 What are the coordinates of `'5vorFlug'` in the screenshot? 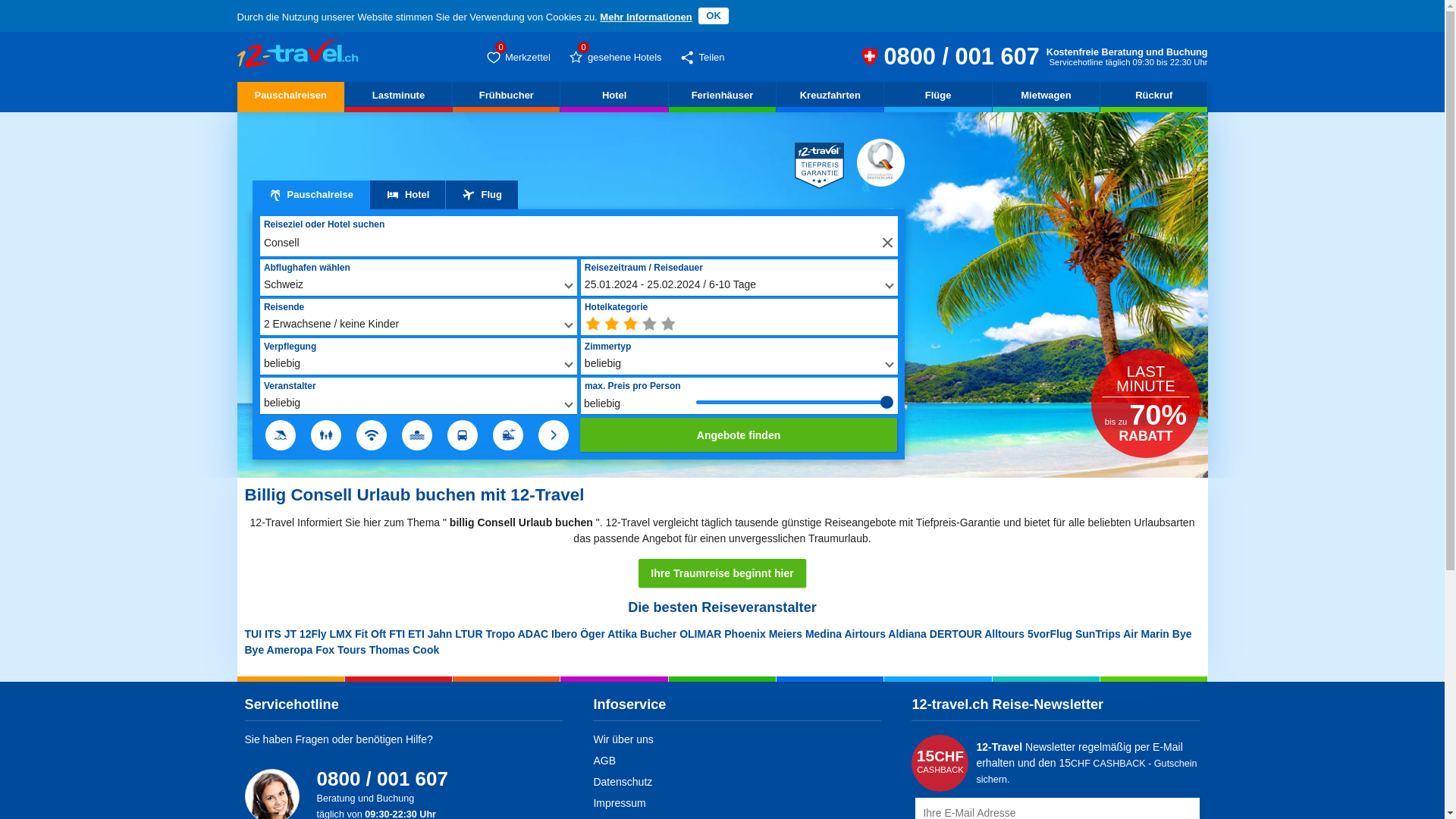 It's located at (1049, 634).